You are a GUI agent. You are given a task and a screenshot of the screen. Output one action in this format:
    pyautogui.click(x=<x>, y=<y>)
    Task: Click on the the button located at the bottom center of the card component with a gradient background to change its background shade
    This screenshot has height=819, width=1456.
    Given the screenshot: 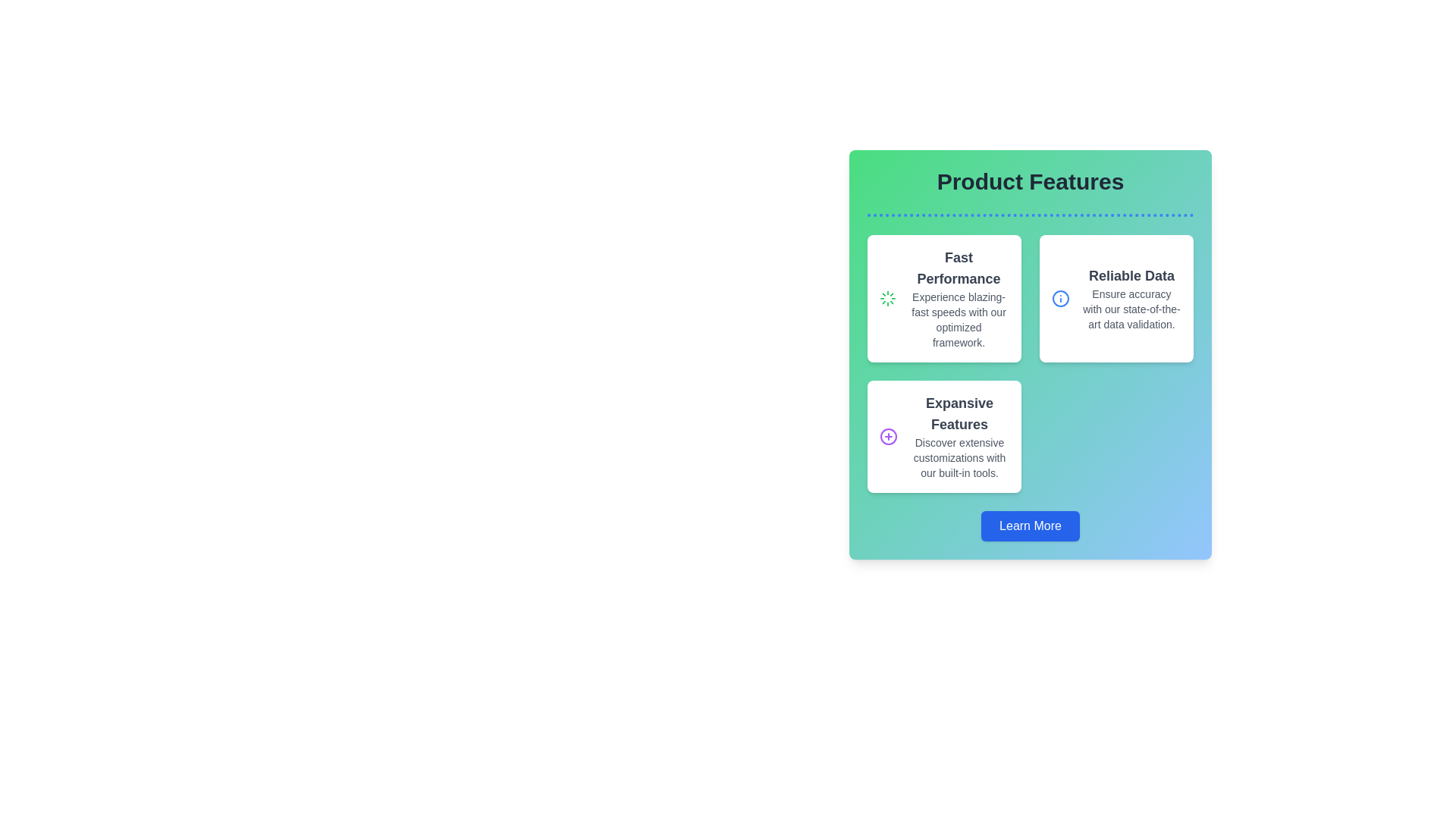 What is the action you would take?
    pyautogui.click(x=1030, y=526)
    